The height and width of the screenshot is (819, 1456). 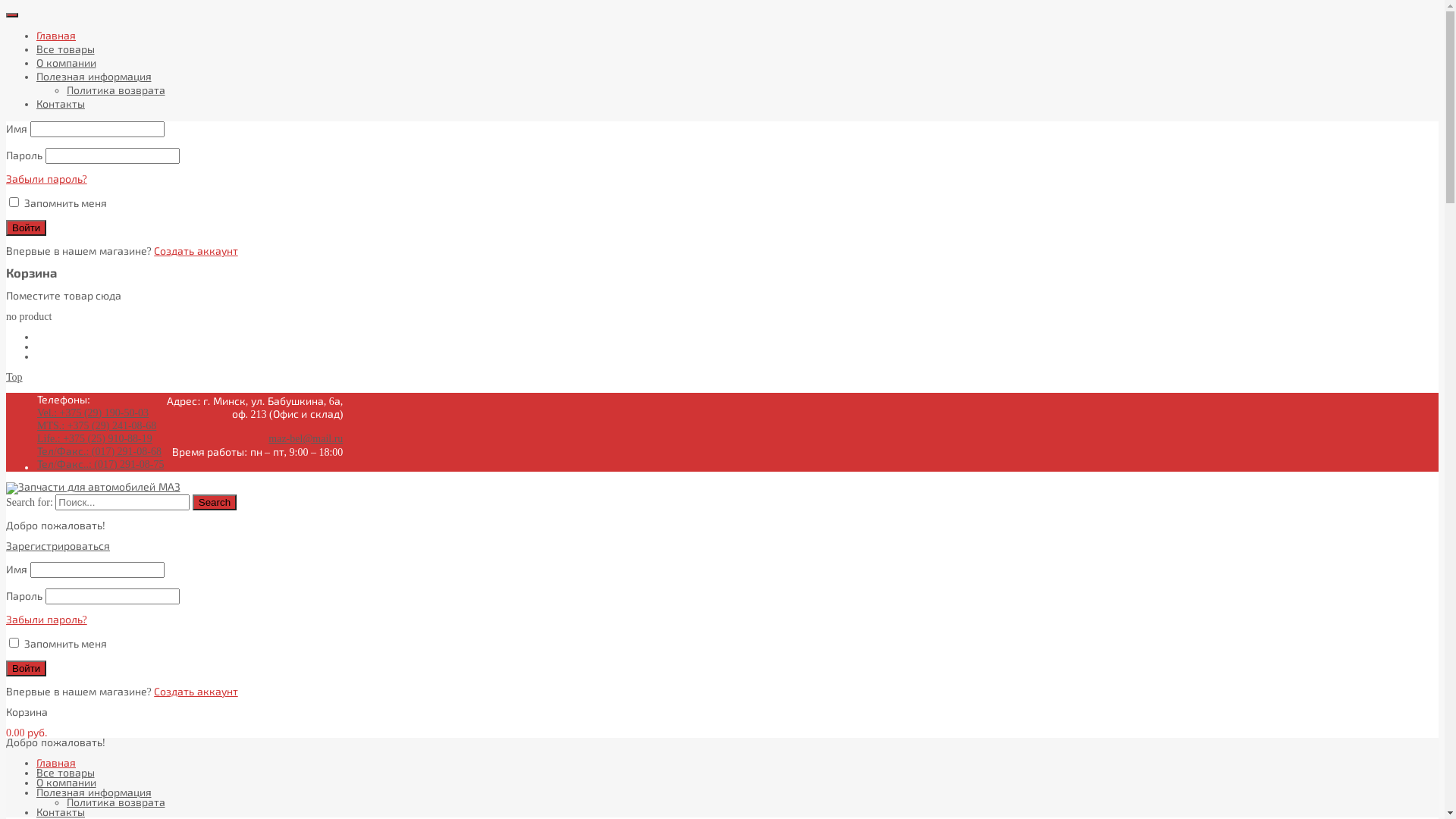 What do you see at coordinates (192, 502) in the screenshot?
I see `'Search'` at bounding box center [192, 502].